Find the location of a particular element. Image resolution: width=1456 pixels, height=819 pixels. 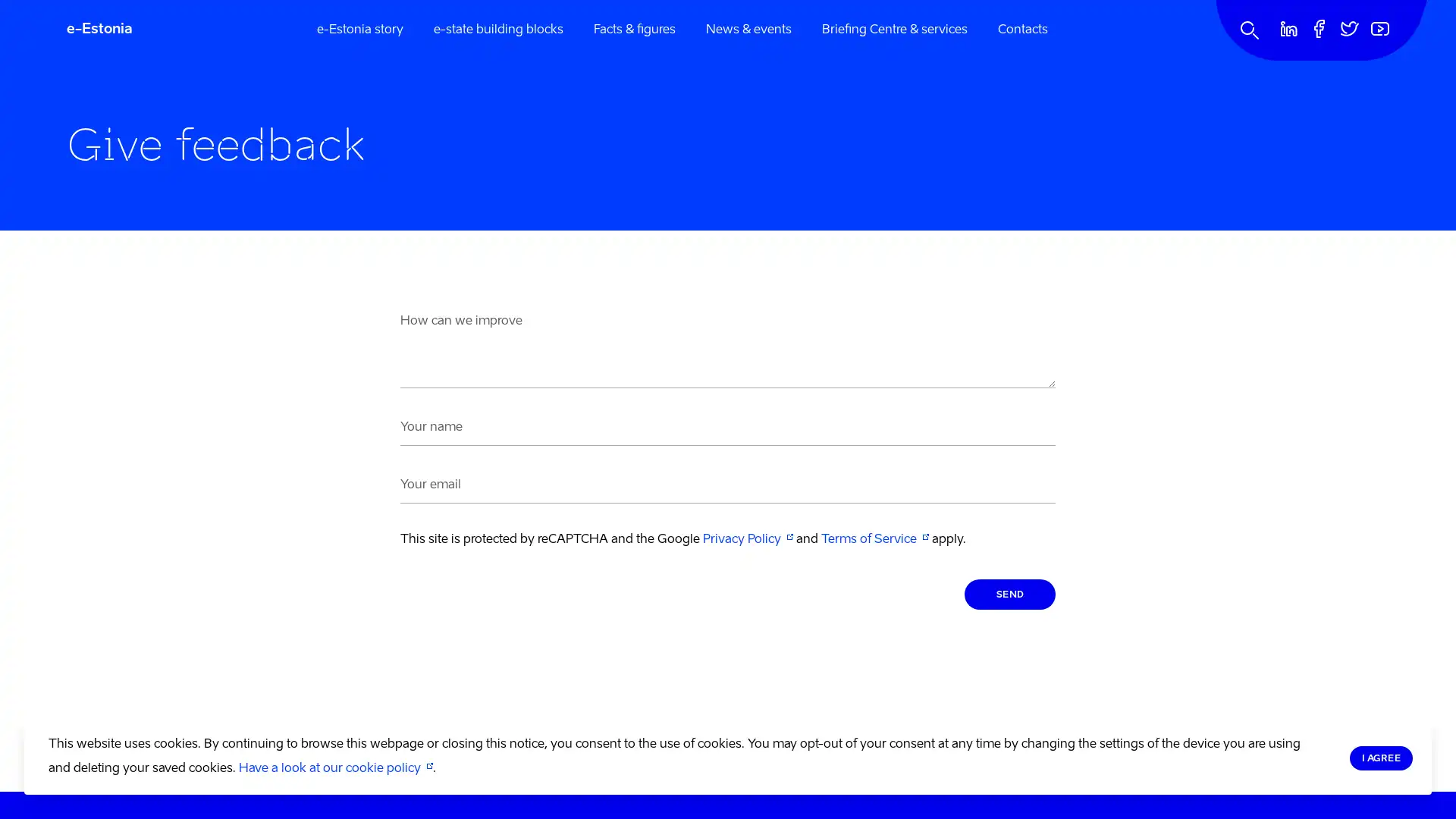

I AGREE is located at coordinates (1380, 758).